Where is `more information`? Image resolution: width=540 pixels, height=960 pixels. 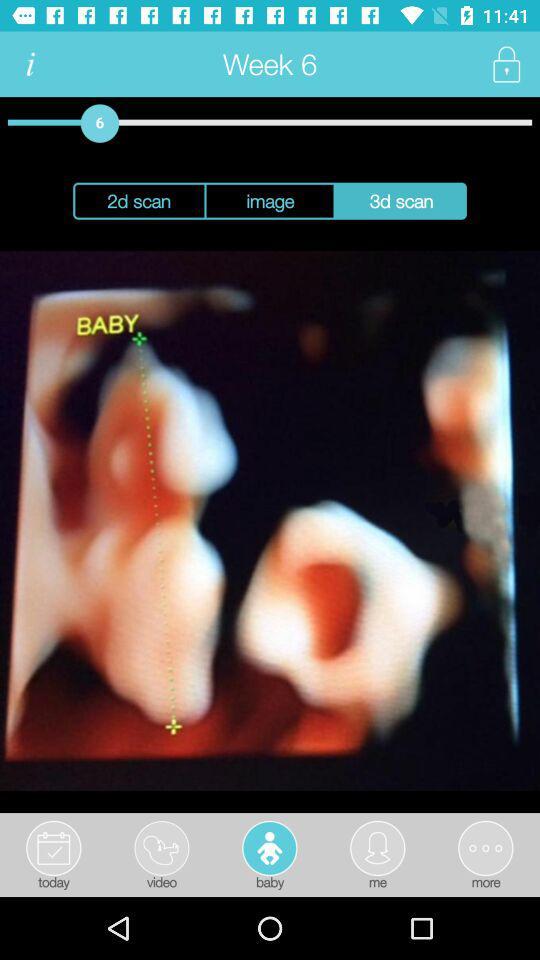 more information is located at coordinates (29, 64).